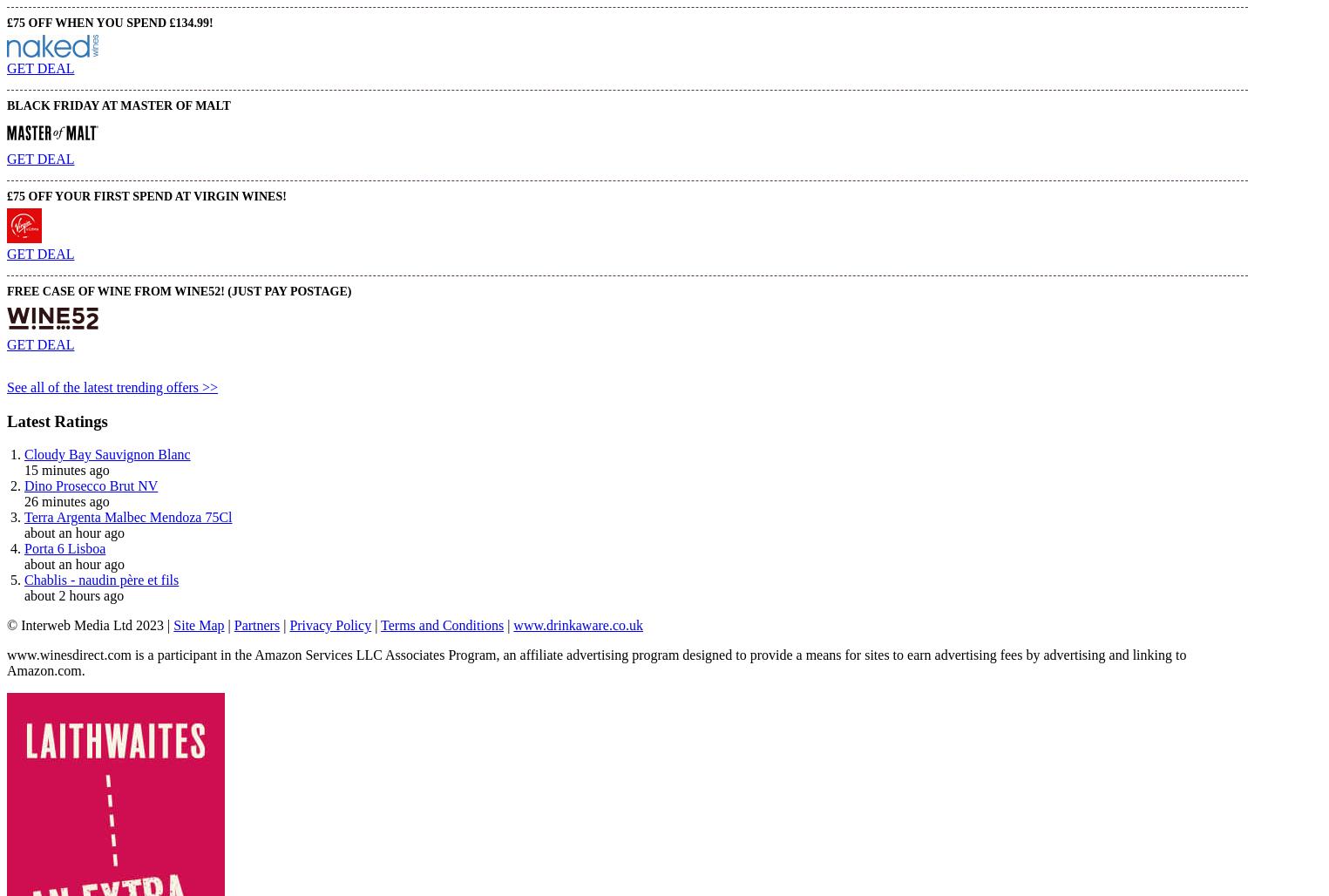 The image size is (1329, 896). I want to click on 'FREE Case of Wine from Wine52! (Just pay postage)', so click(179, 289).